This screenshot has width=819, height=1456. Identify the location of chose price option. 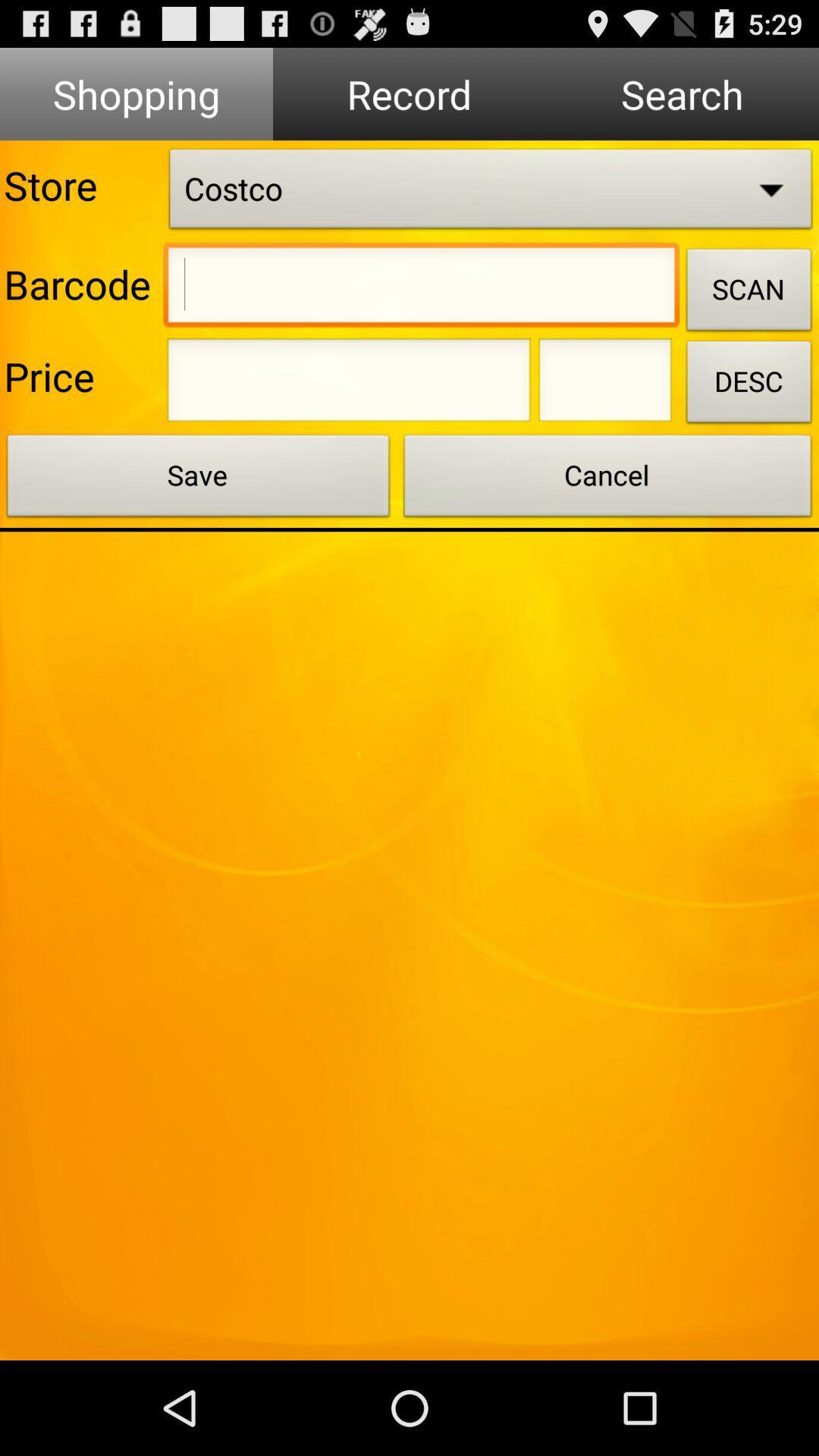
(349, 384).